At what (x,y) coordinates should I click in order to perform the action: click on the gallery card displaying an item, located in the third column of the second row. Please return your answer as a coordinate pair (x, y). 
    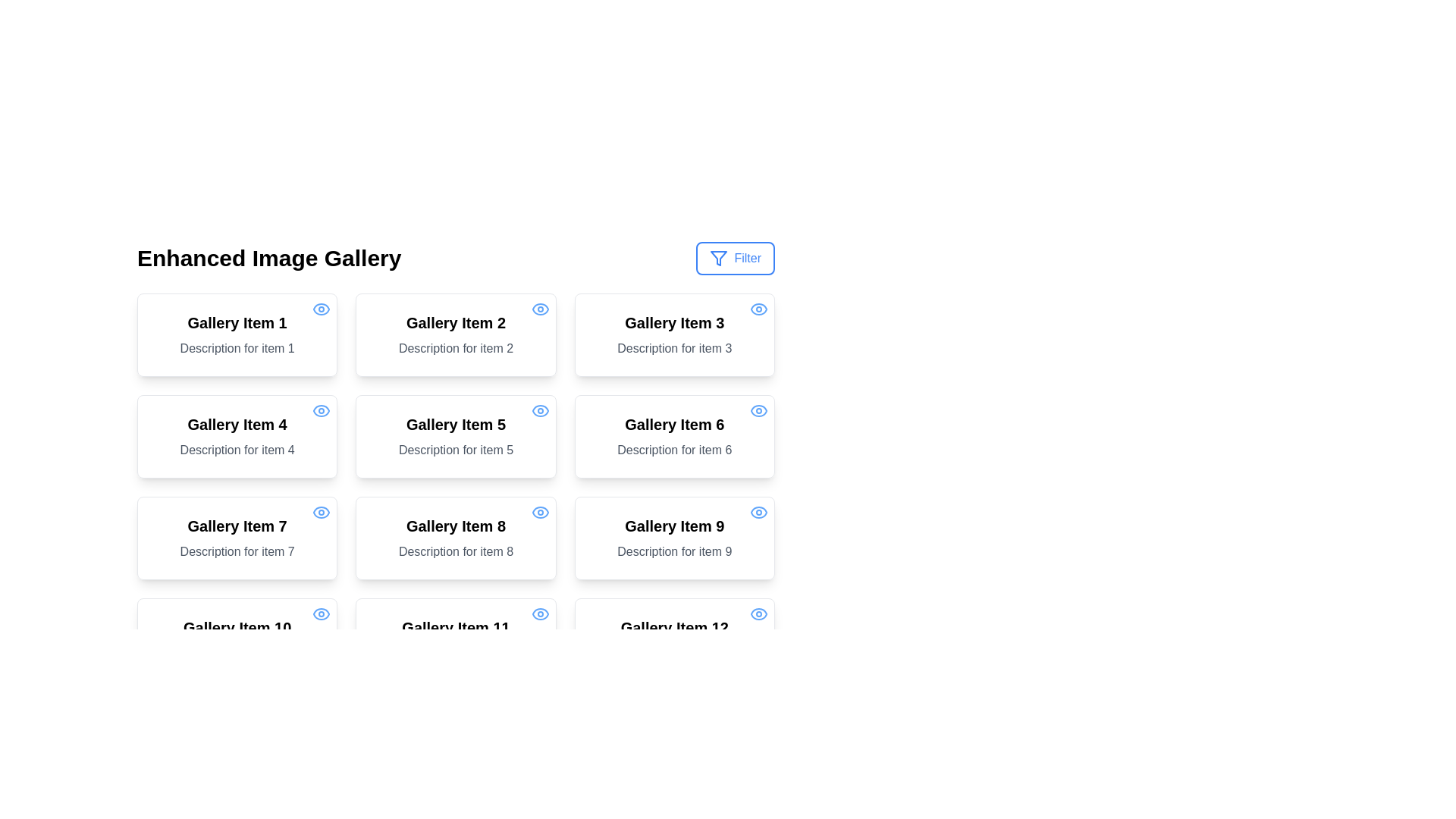
    Looking at the image, I should click on (673, 436).